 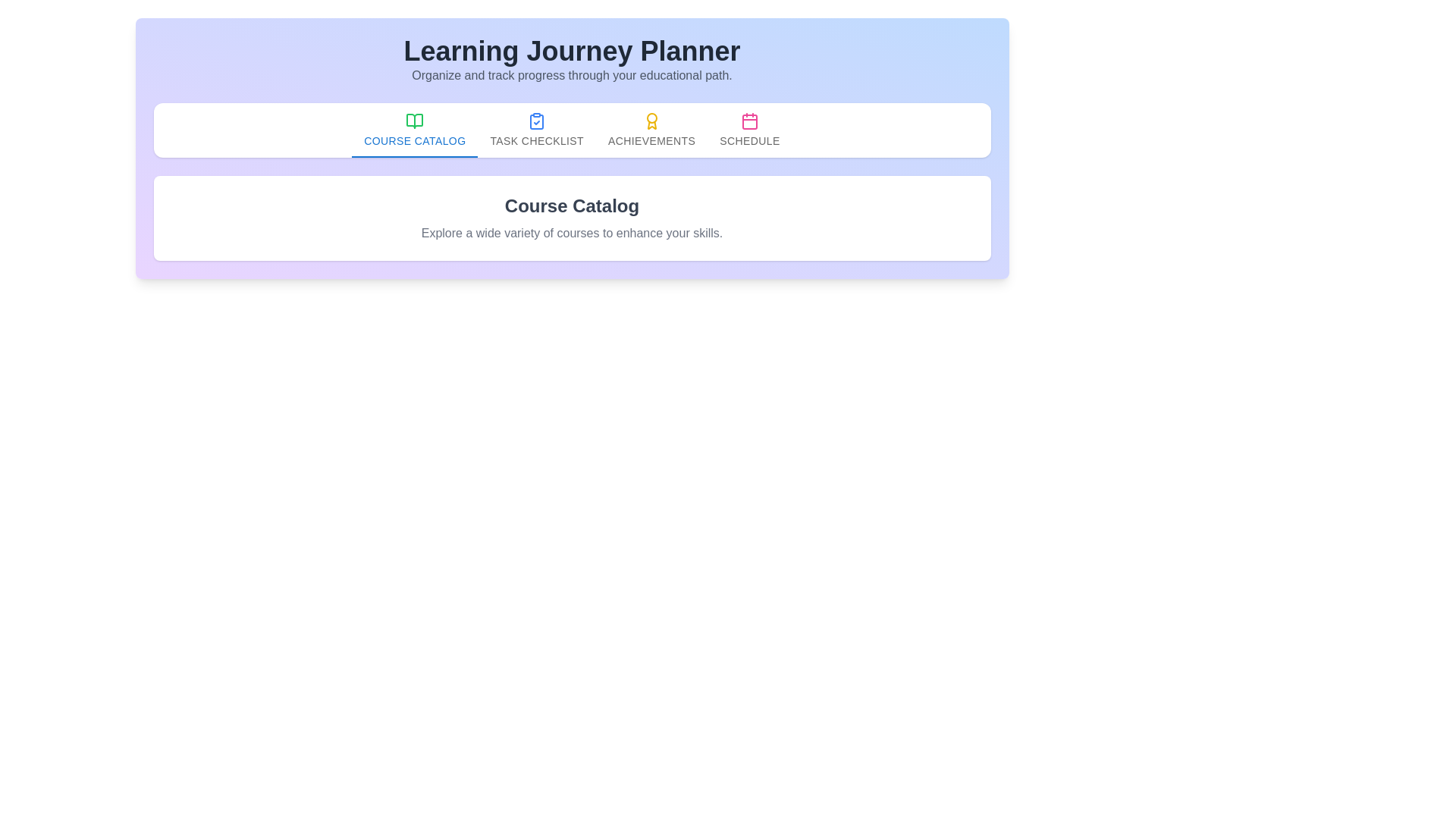 I want to click on the 'Course Catalog' tab in the tab bar with navigational buttons, so click(x=571, y=130).